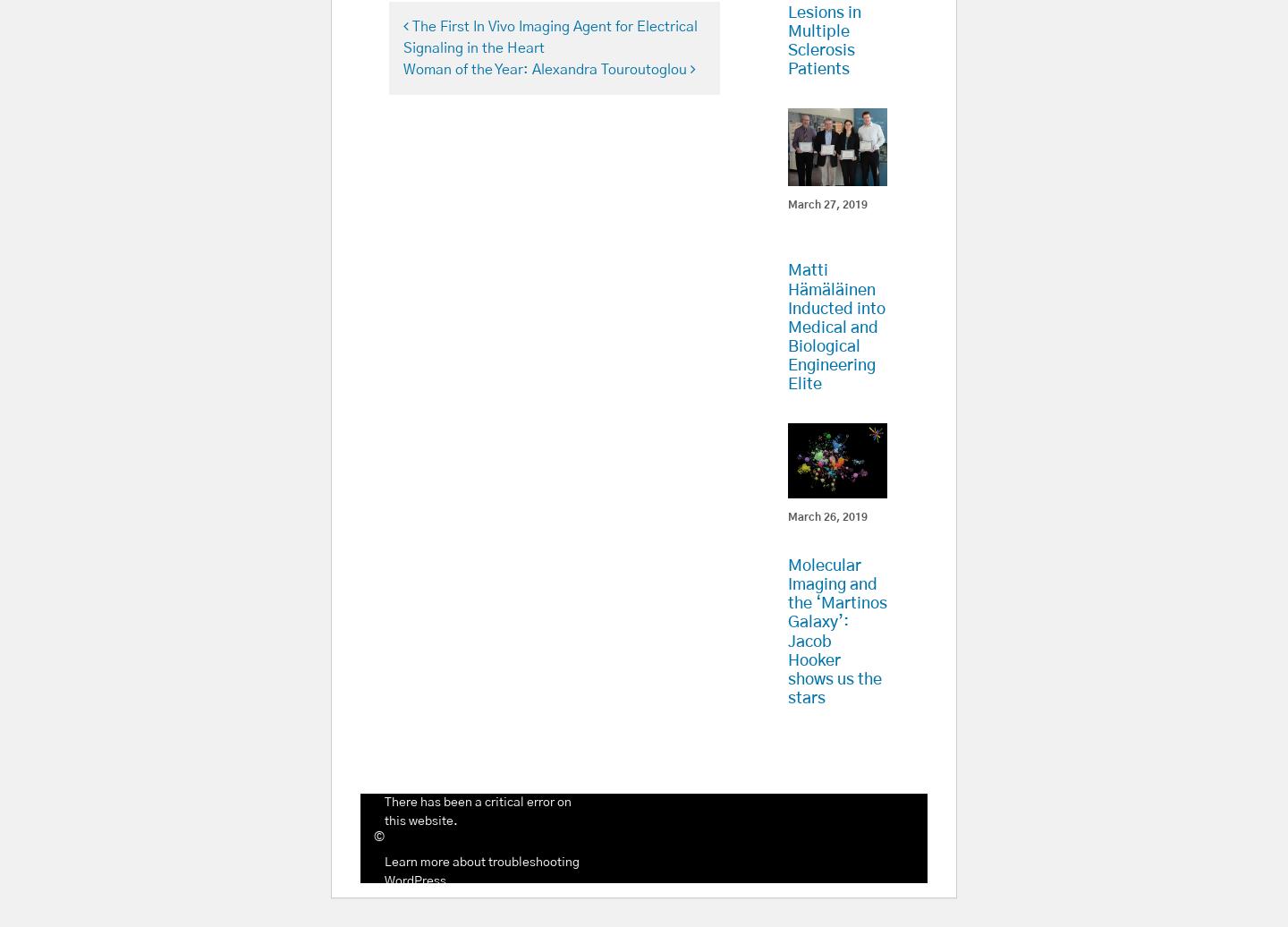 Image resolution: width=1288 pixels, height=927 pixels. Describe the element at coordinates (546, 68) in the screenshot. I see `'Woman of the Year: Alexandra Touroutoglou'` at that location.